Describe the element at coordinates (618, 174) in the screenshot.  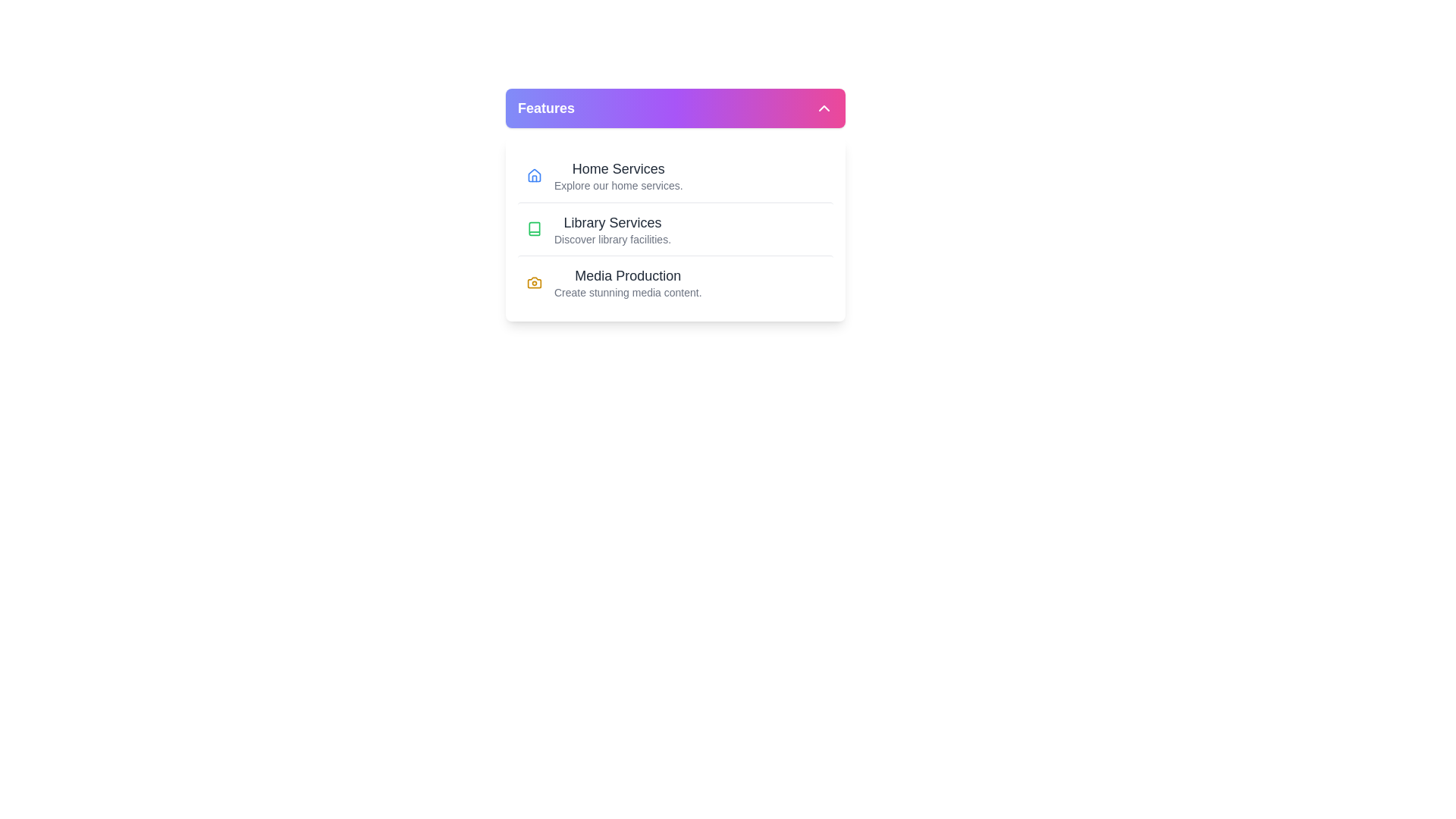
I see `to select the 'Home Services' list item, which features the text 'Home Services' in gray and a house icon on the left, located at the top of the features list` at that location.